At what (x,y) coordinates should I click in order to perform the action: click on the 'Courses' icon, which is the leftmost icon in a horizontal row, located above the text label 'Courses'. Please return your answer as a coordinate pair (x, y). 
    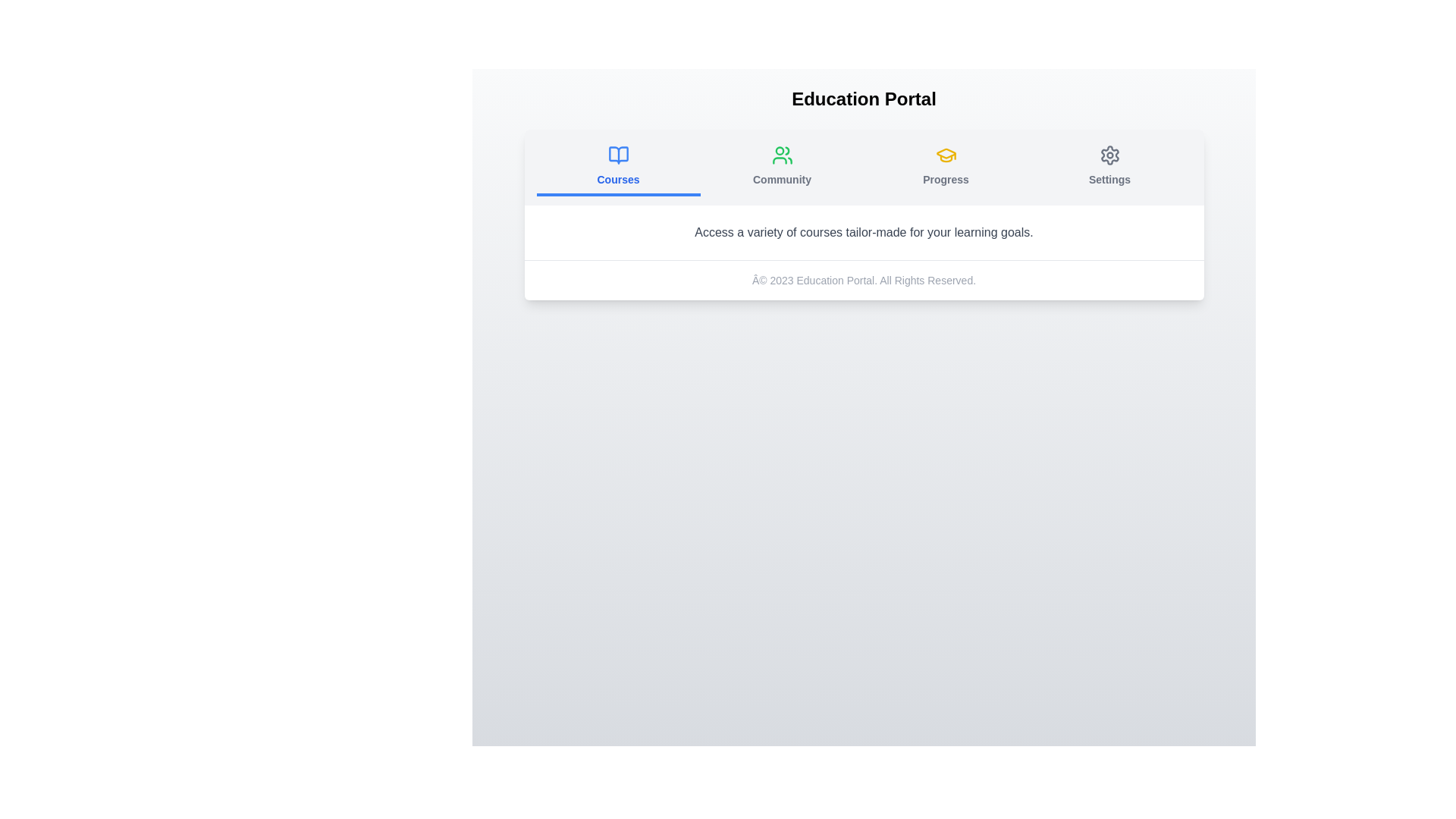
    Looking at the image, I should click on (618, 155).